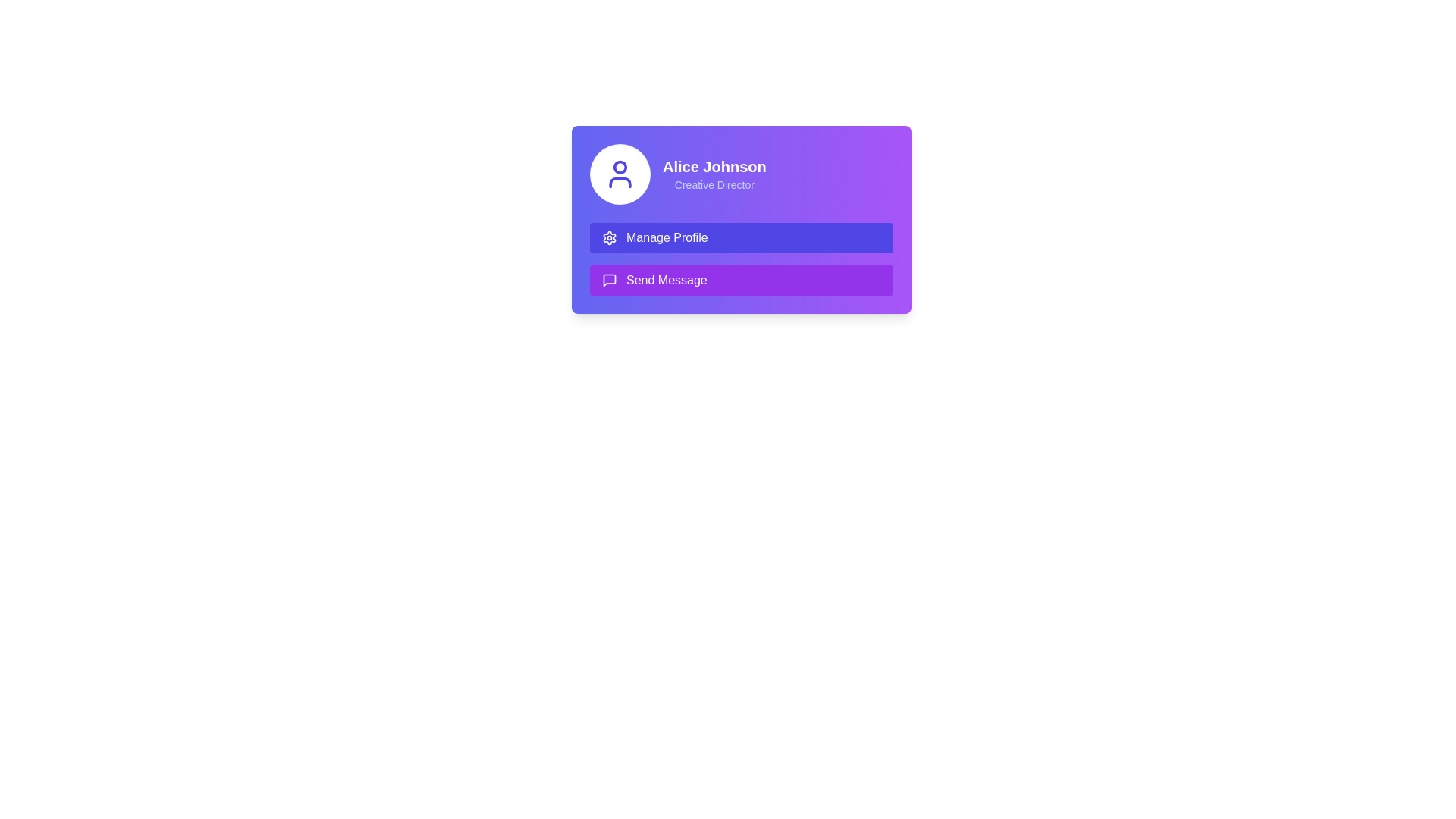 This screenshot has height=819, width=1456. What do you see at coordinates (620, 174) in the screenshot?
I see `the white circular button with a purple user icon` at bounding box center [620, 174].